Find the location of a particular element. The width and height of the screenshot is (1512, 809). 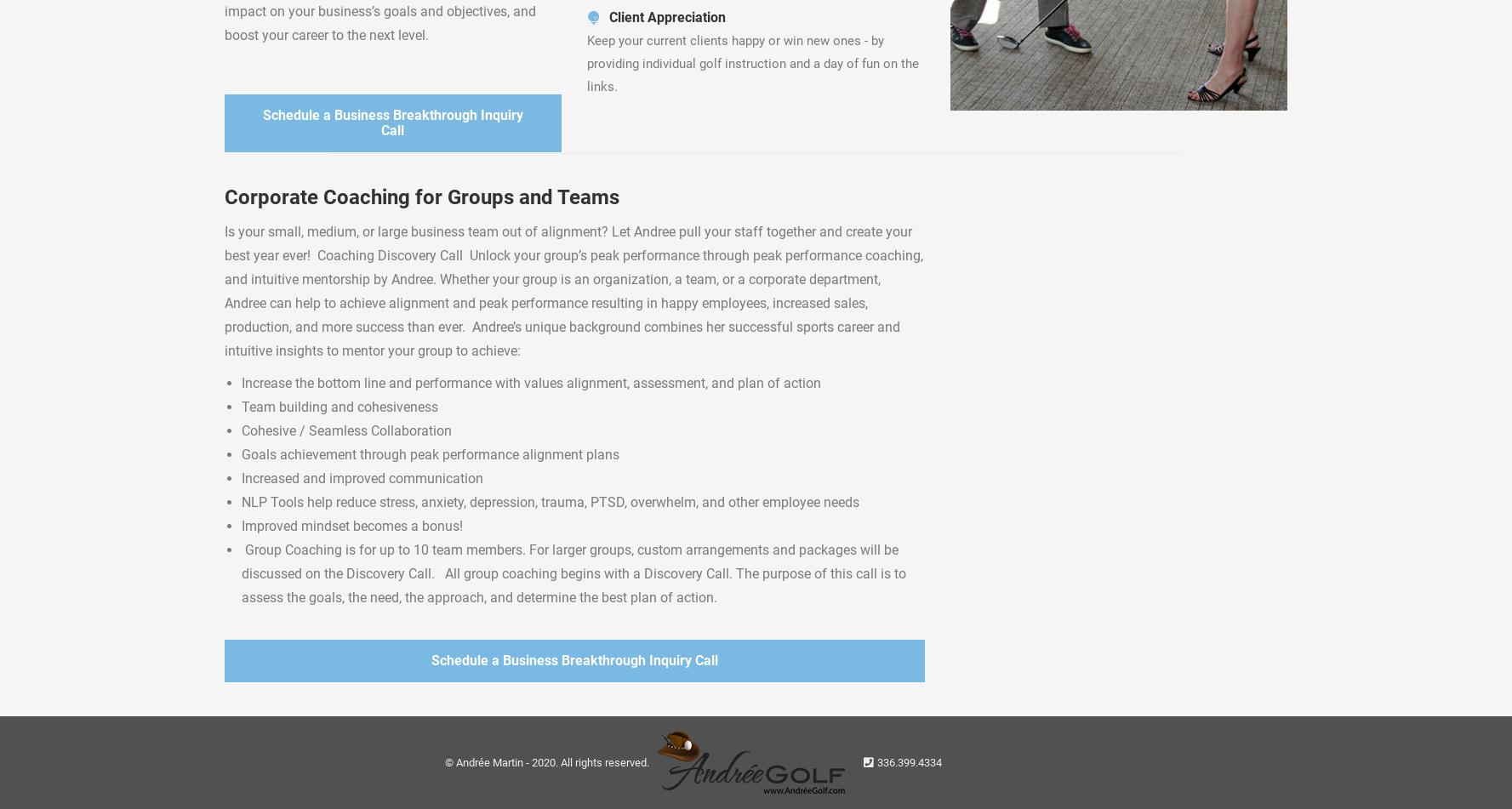

'Team building and cohesiveness' is located at coordinates (339, 406).